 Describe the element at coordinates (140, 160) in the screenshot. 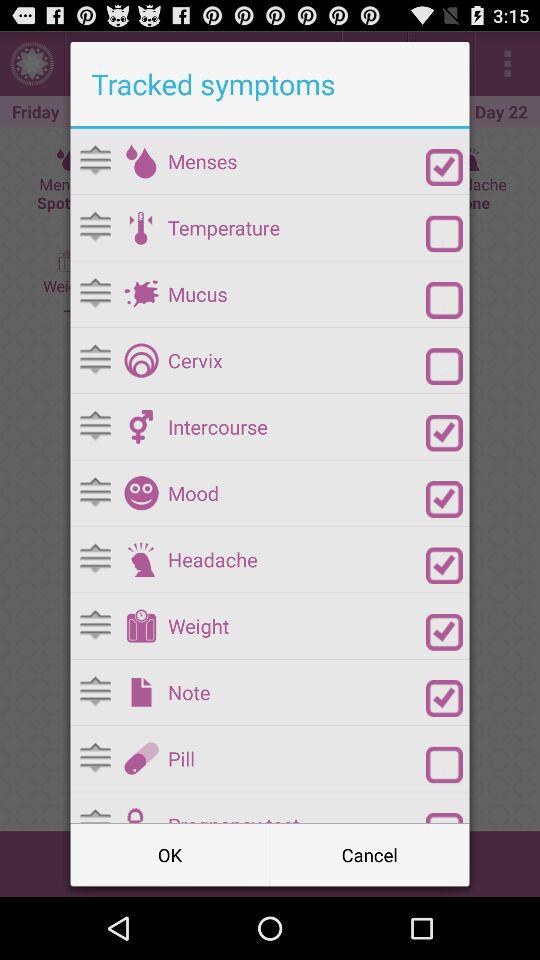

I see `choose this` at that location.